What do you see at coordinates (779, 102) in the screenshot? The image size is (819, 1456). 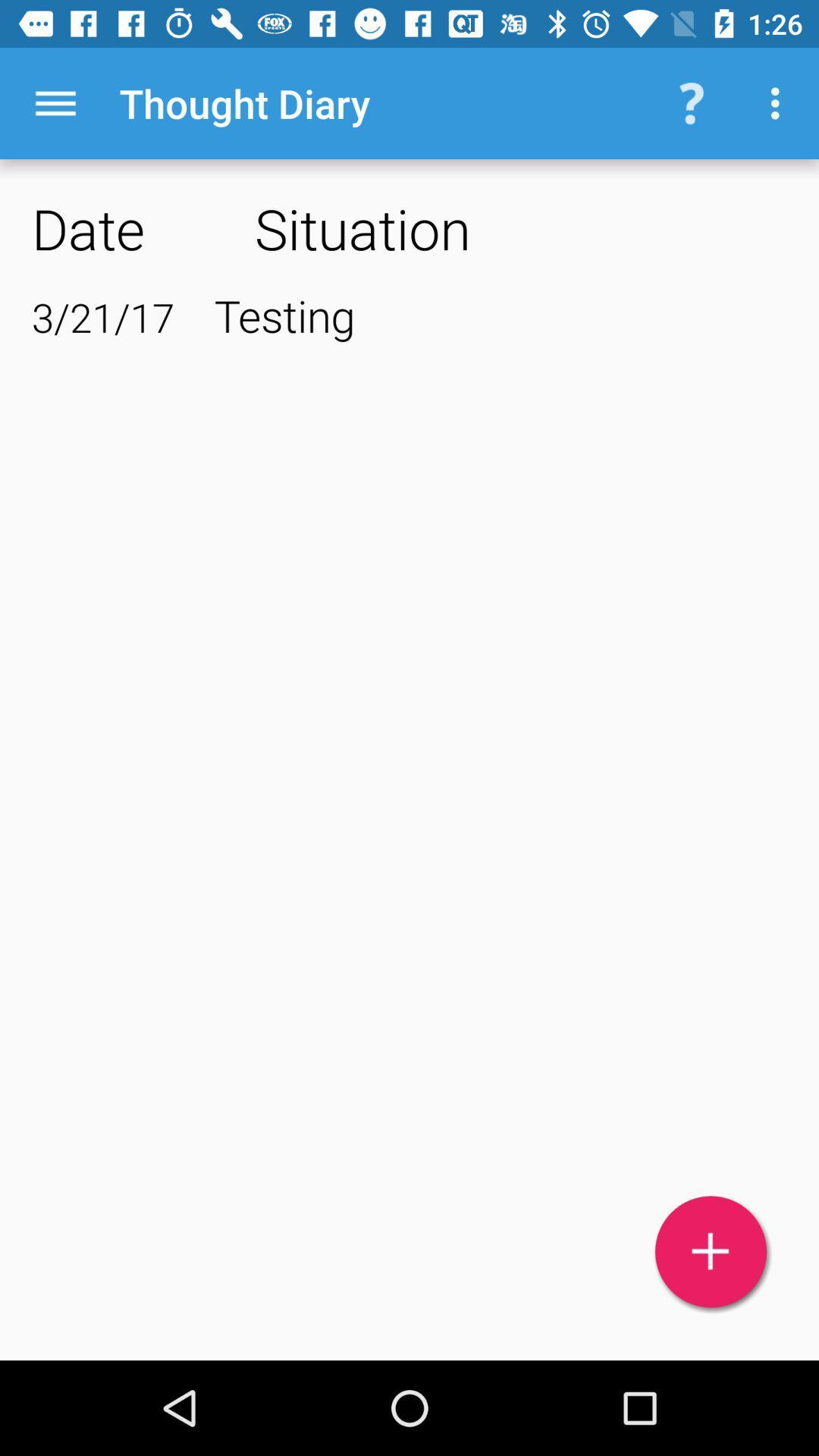 I see `the app above situation item` at bounding box center [779, 102].